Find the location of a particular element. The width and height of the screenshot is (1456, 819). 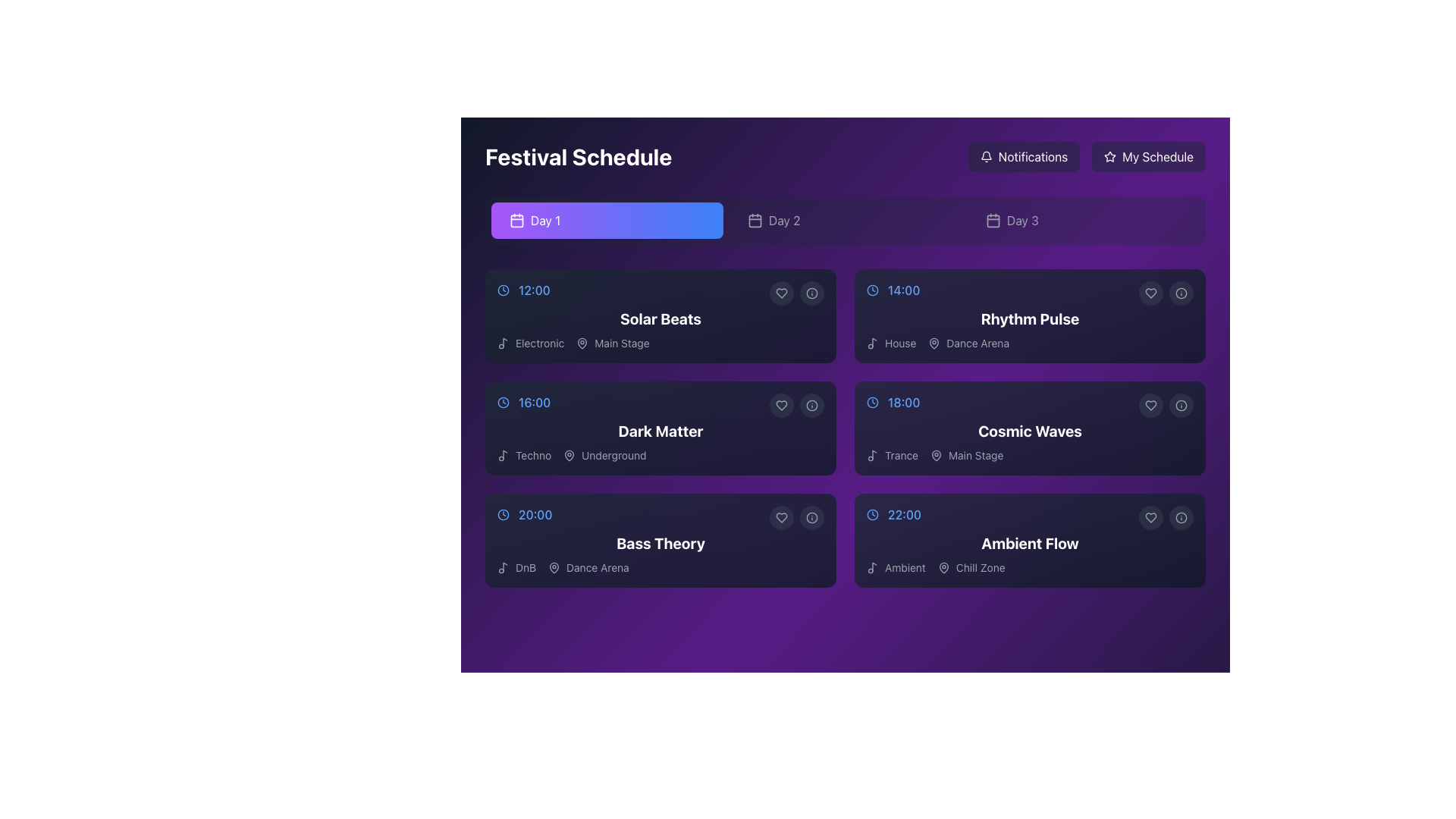

the text label displaying the word 'House' in white font, located next to a music note icon in the 'Dance Arena' section is located at coordinates (900, 343).